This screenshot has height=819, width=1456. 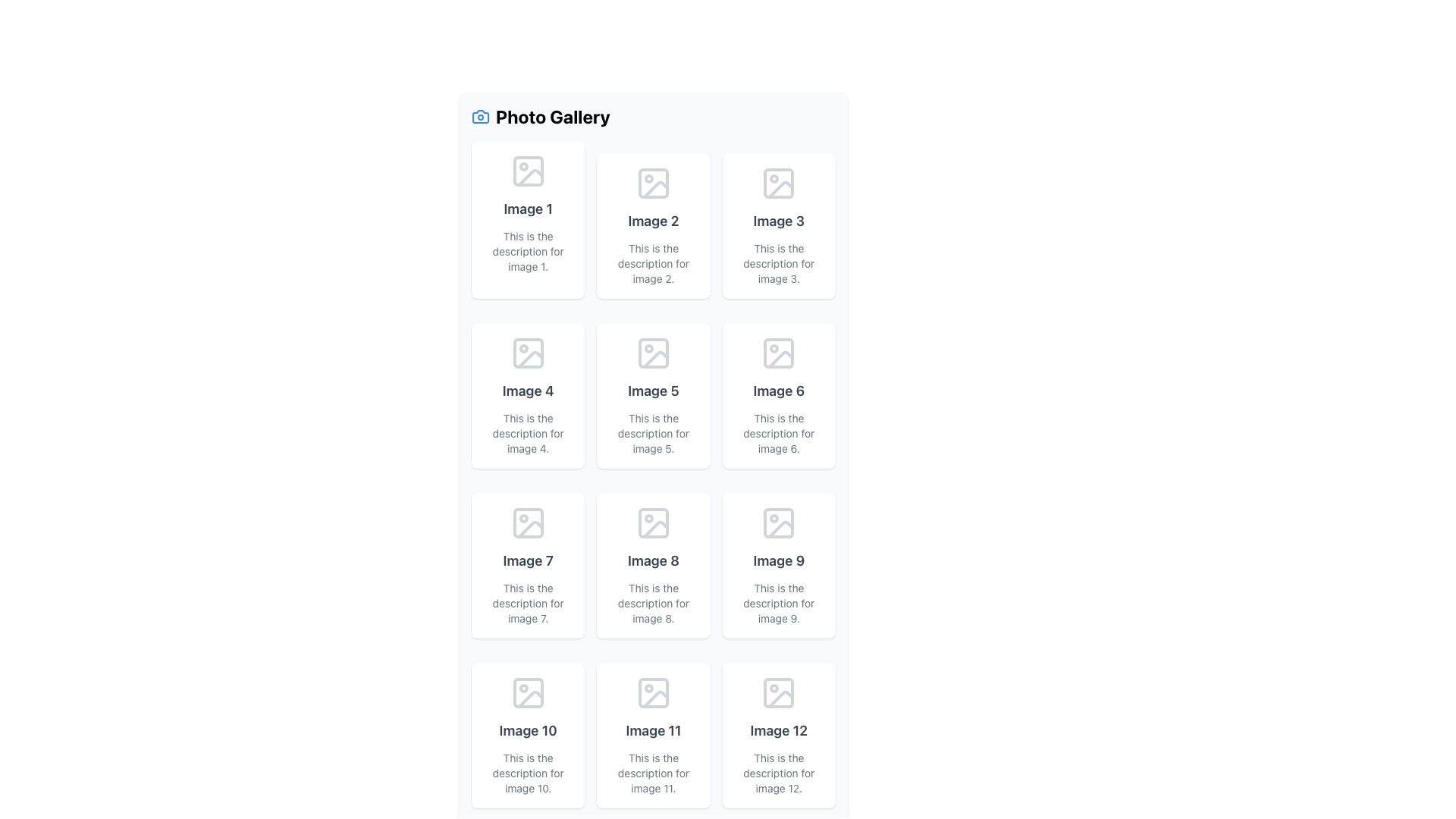 I want to click on the image icon representing a thumbnail in the photo gallery located in the third column of the fourth row, beneath 'Image 11' and above its description, so click(x=653, y=693).